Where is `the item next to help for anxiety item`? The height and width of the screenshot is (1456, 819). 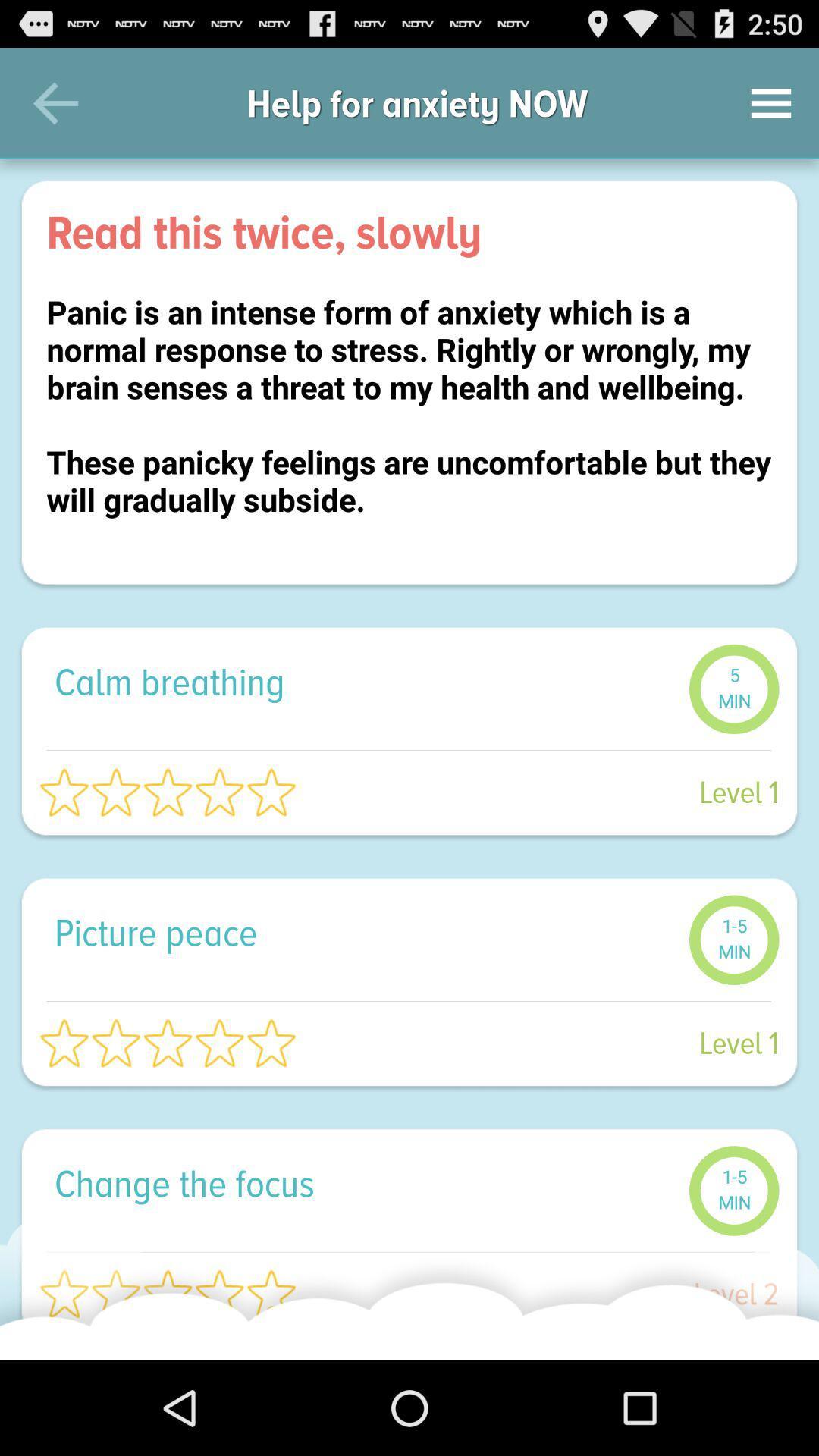 the item next to help for anxiety item is located at coordinates (55, 102).